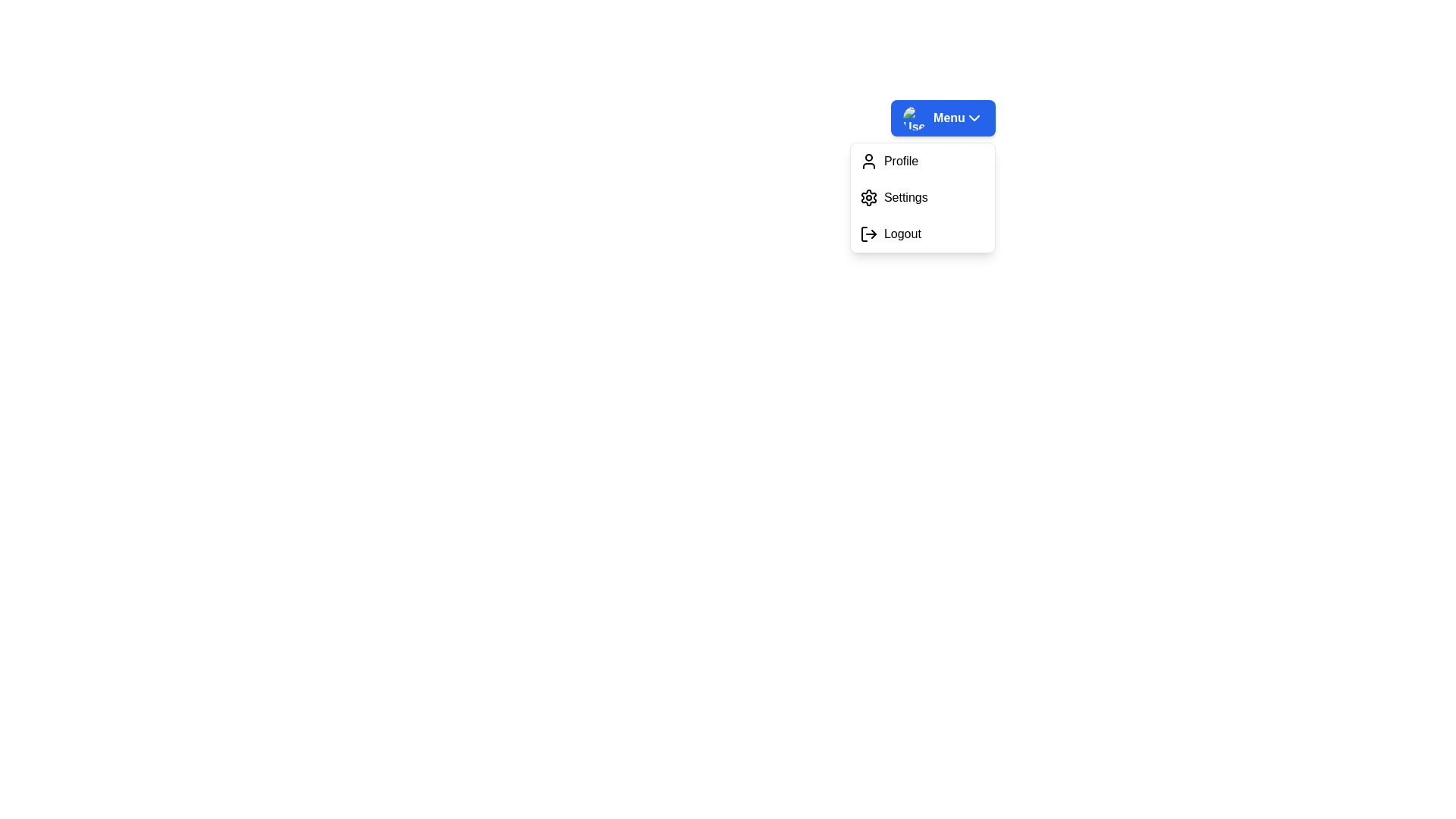 Image resolution: width=1456 pixels, height=819 pixels. I want to click on the 'Logout' option in the dropdown menu, so click(921, 234).